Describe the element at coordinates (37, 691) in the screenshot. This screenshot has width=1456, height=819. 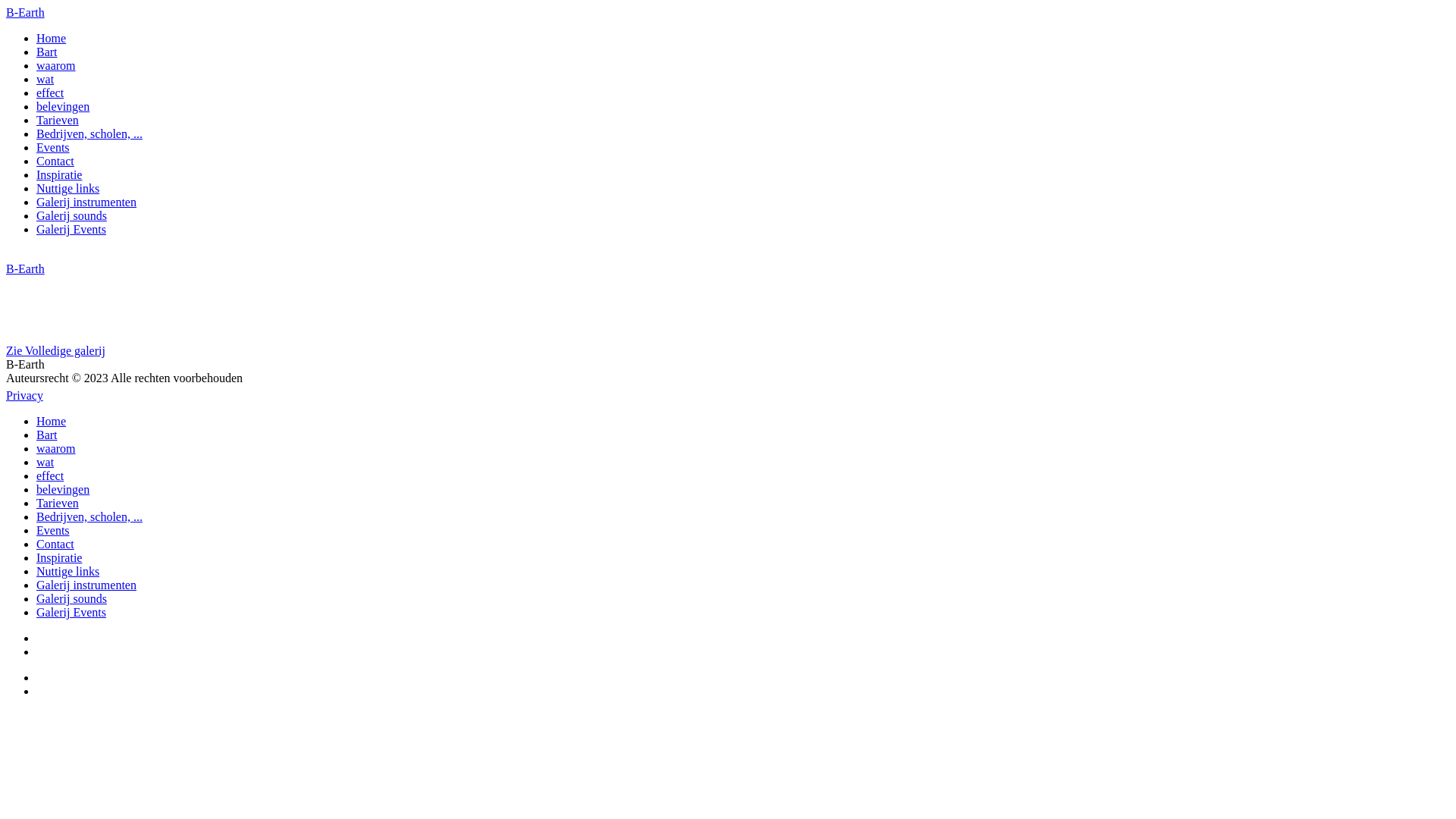
I see `' '` at that location.